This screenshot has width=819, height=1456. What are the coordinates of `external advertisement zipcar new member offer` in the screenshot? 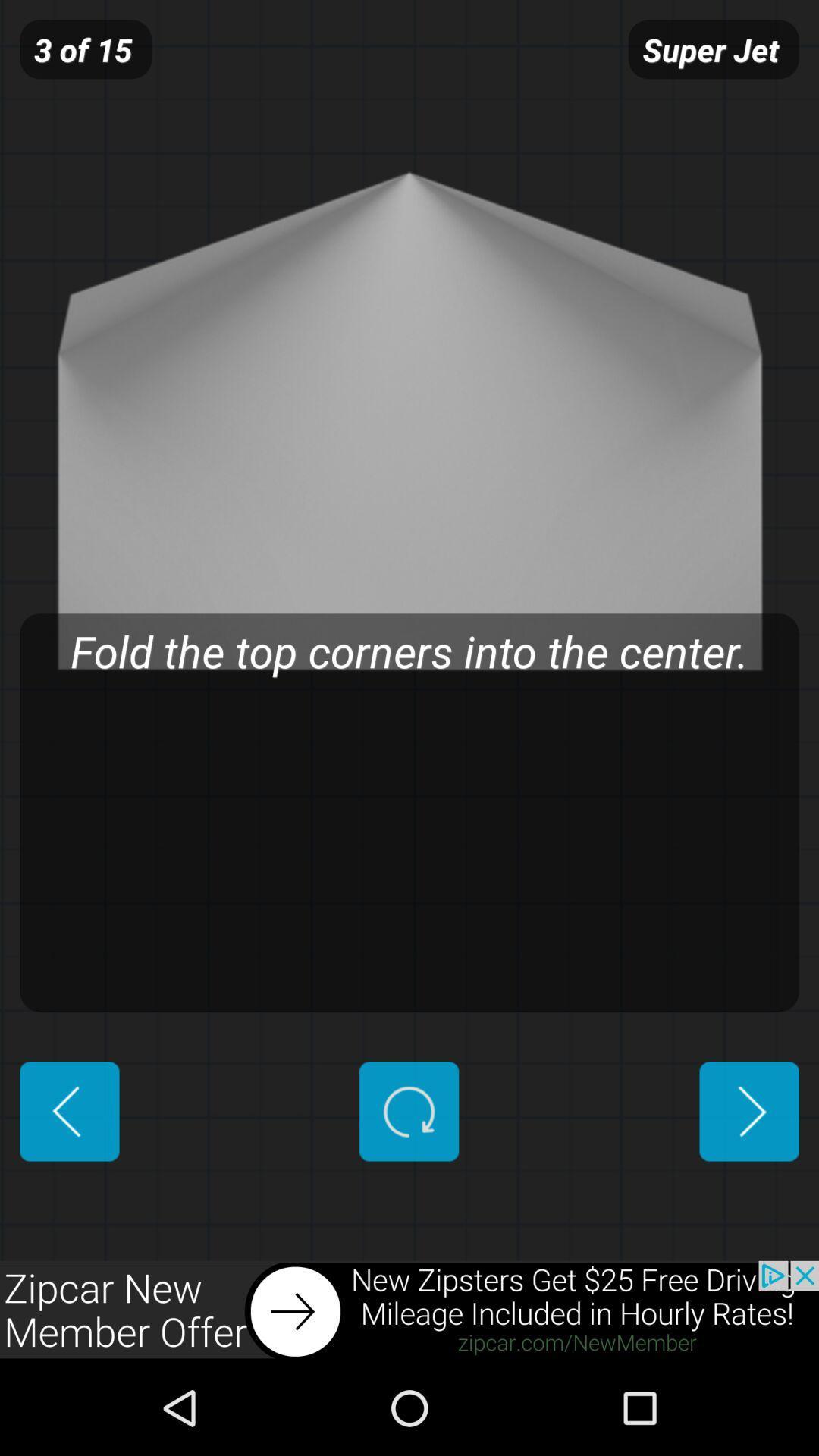 It's located at (409, 1310).